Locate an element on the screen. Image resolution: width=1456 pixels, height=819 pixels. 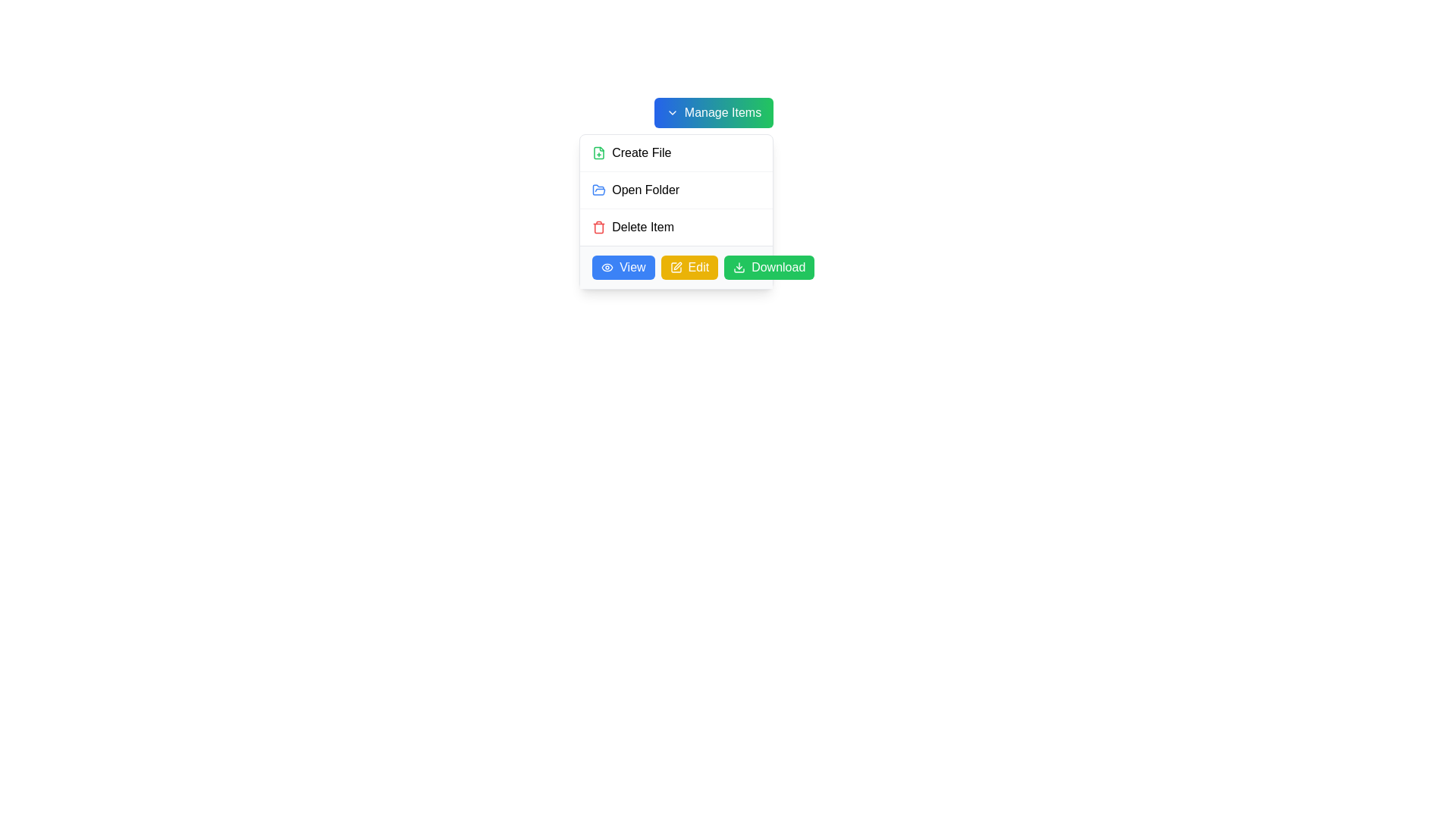
the 'View' button which contains the icon located at the leftmost position to initiate the associated action is located at coordinates (607, 267).